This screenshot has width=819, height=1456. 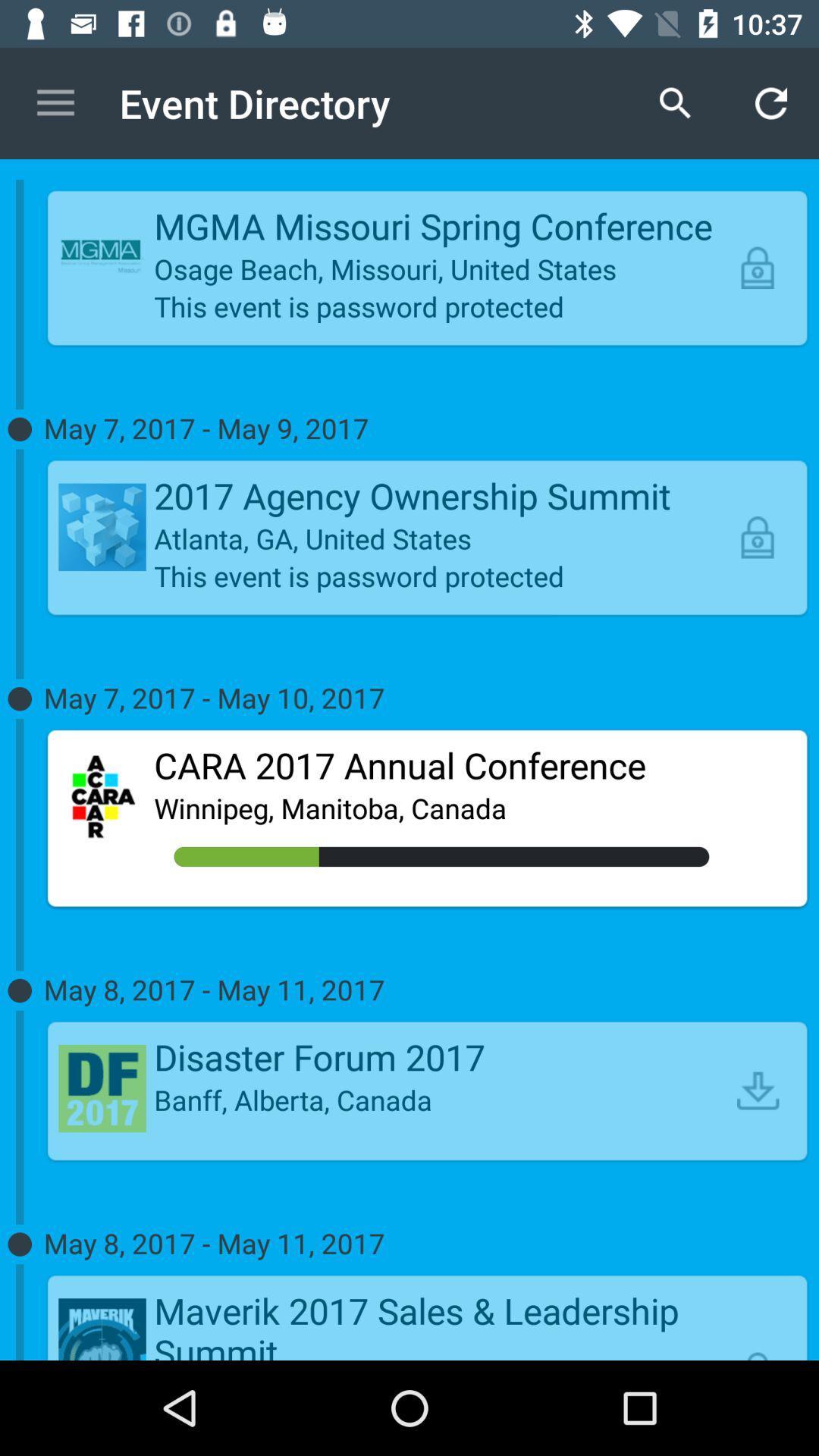 I want to click on the maverik 2017 sales icon, so click(x=441, y=1323).